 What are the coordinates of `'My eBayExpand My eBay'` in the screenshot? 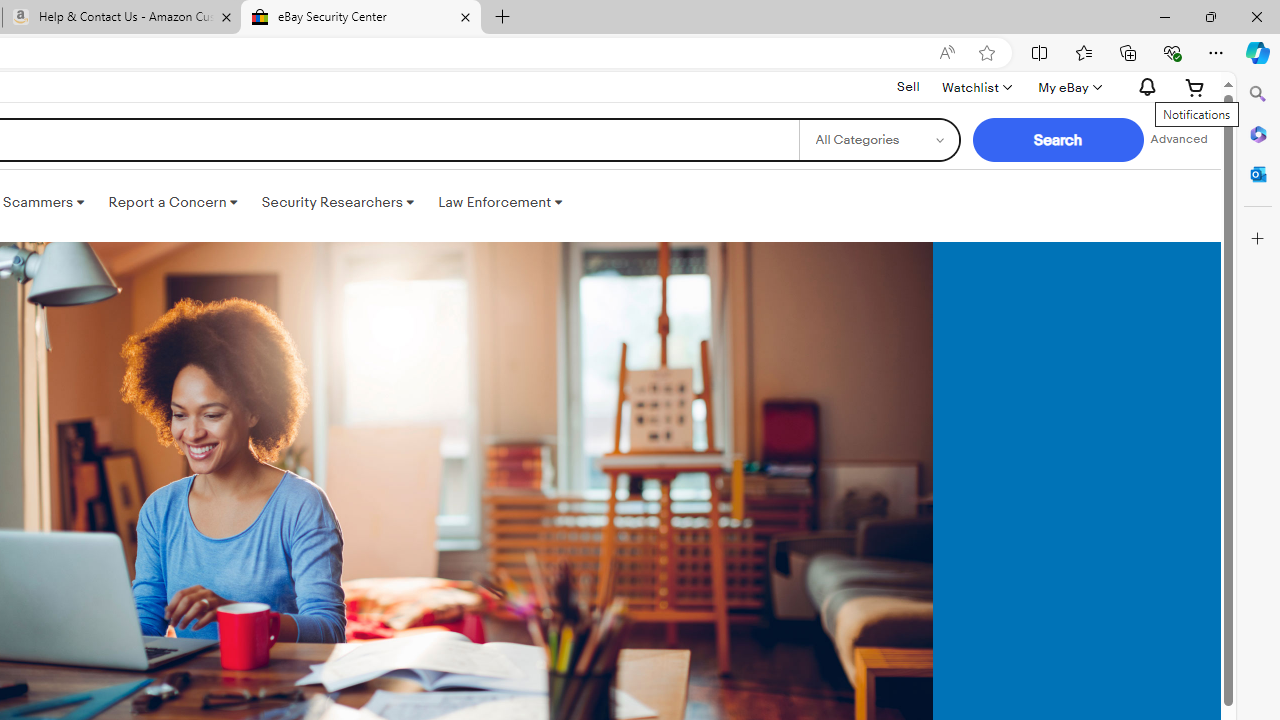 It's located at (1067, 86).